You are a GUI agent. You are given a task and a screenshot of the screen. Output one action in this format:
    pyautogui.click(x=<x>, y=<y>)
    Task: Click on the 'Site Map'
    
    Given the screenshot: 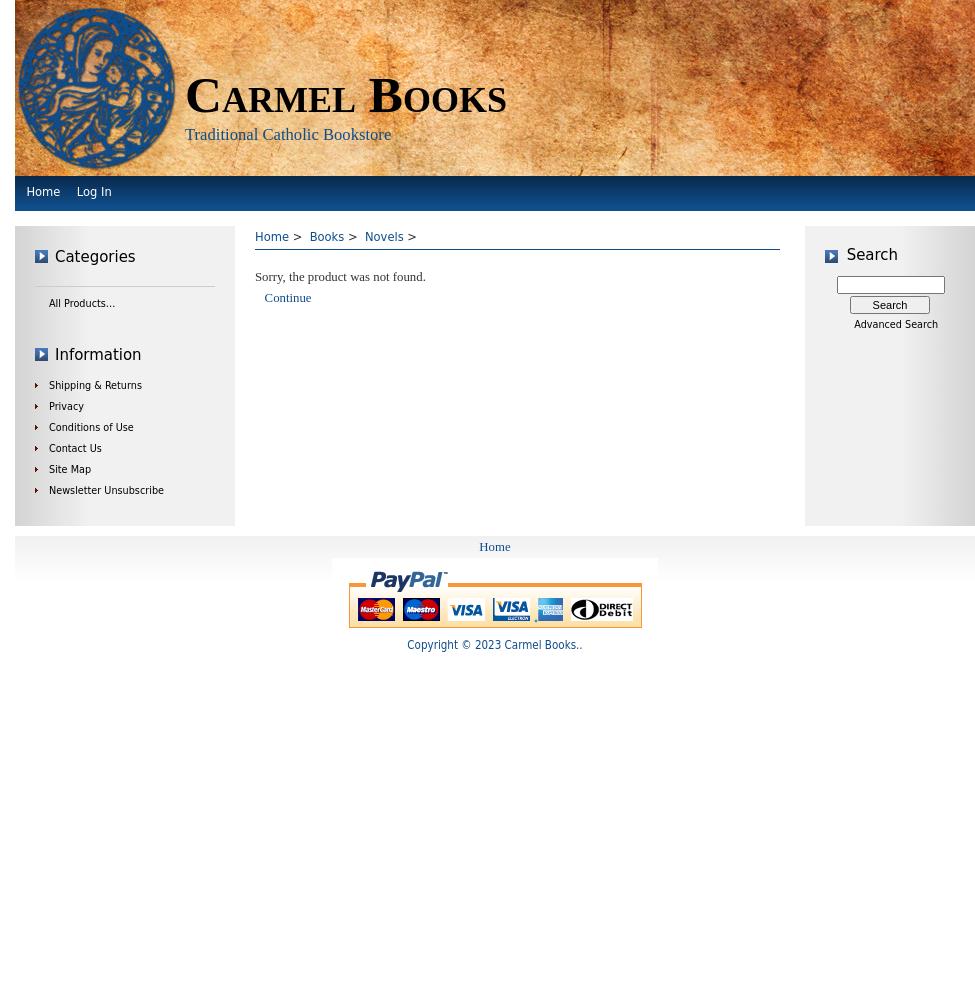 What is the action you would take?
    pyautogui.click(x=70, y=468)
    